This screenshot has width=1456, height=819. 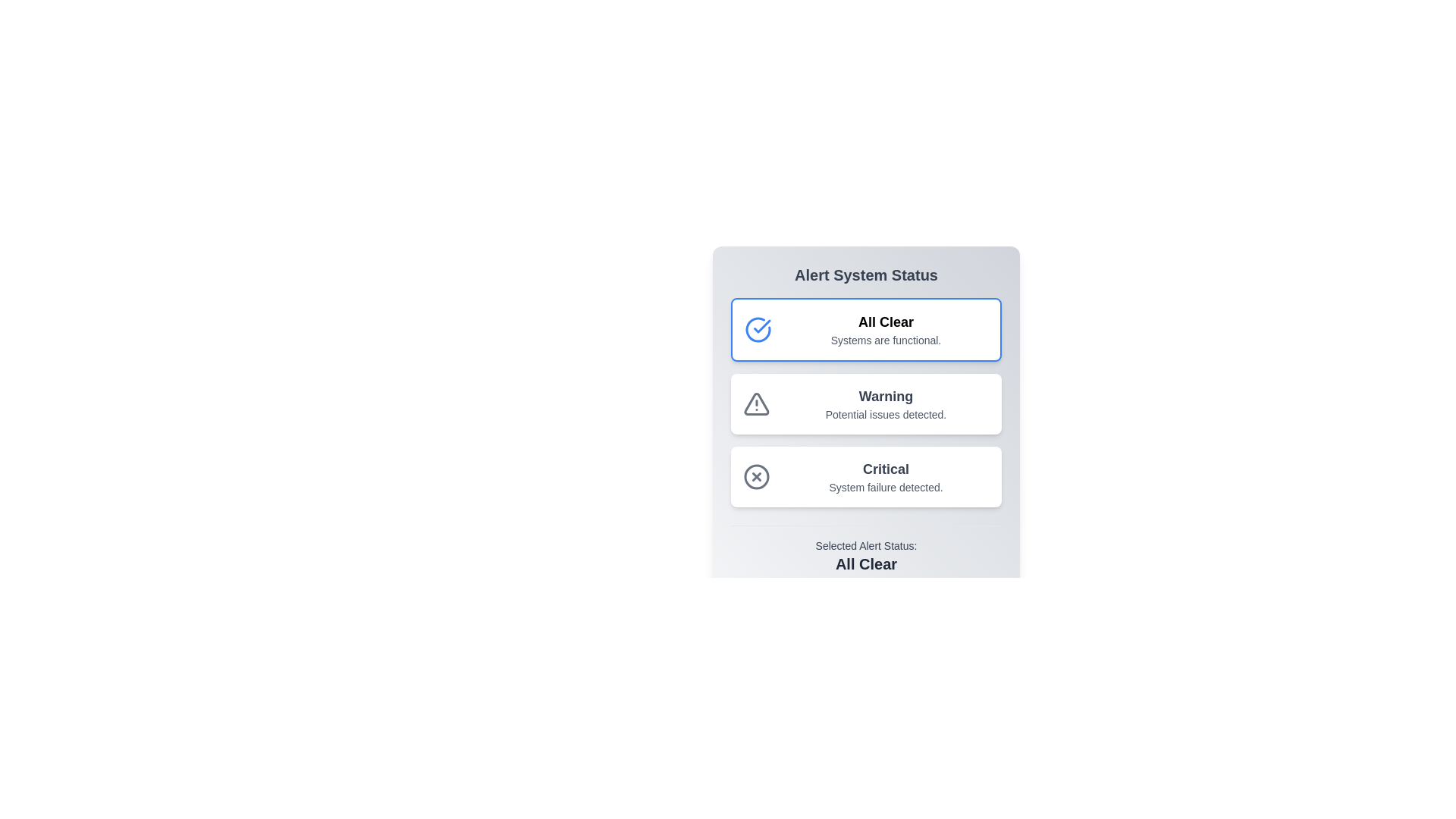 What do you see at coordinates (757, 475) in the screenshot?
I see `the outer circular outline of the cross icon in the 'Critical' alert option within the 'Alert System Status' panel` at bounding box center [757, 475].